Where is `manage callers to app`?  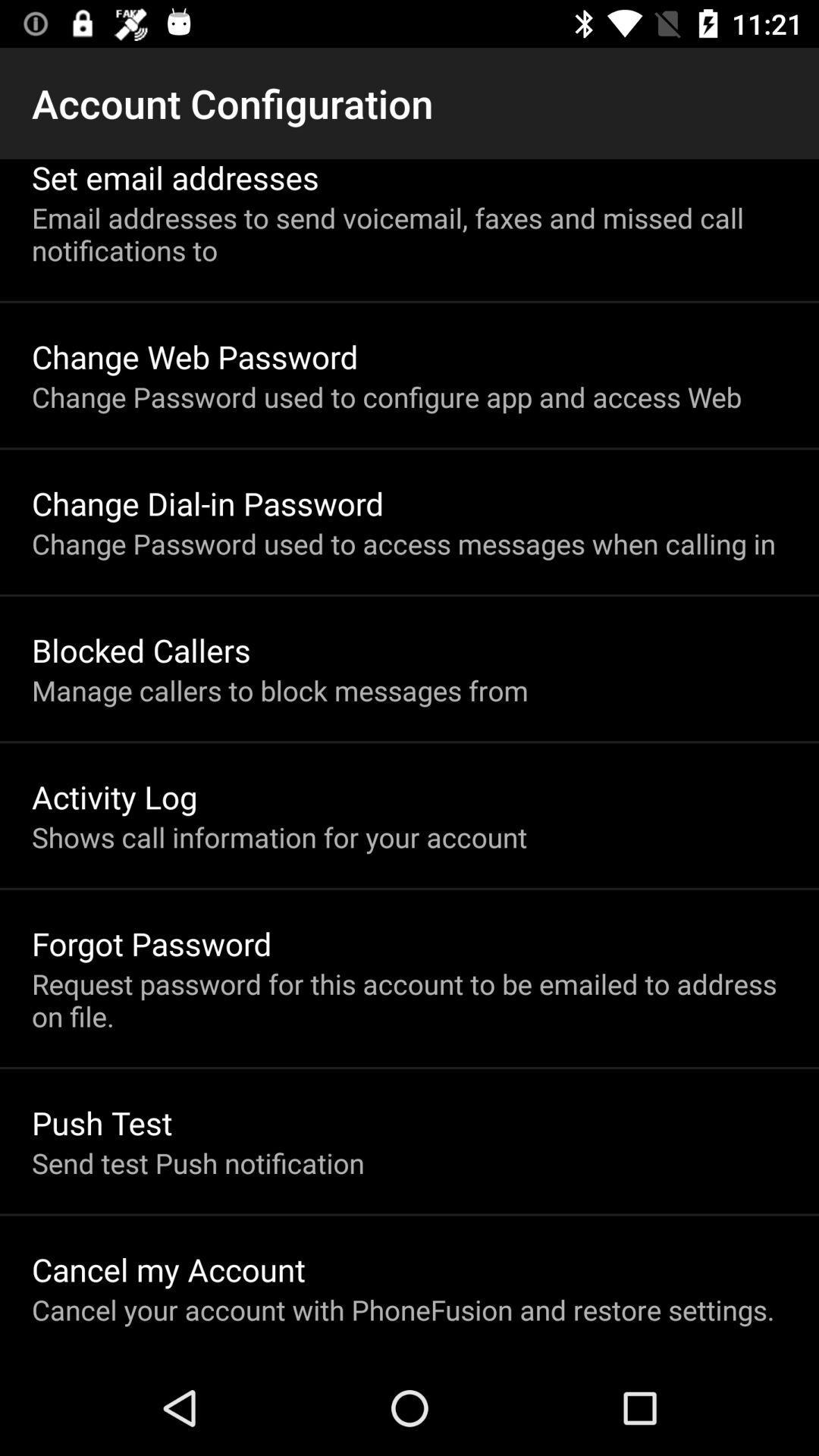
manage callers to app is located at coordinates (280, 689).